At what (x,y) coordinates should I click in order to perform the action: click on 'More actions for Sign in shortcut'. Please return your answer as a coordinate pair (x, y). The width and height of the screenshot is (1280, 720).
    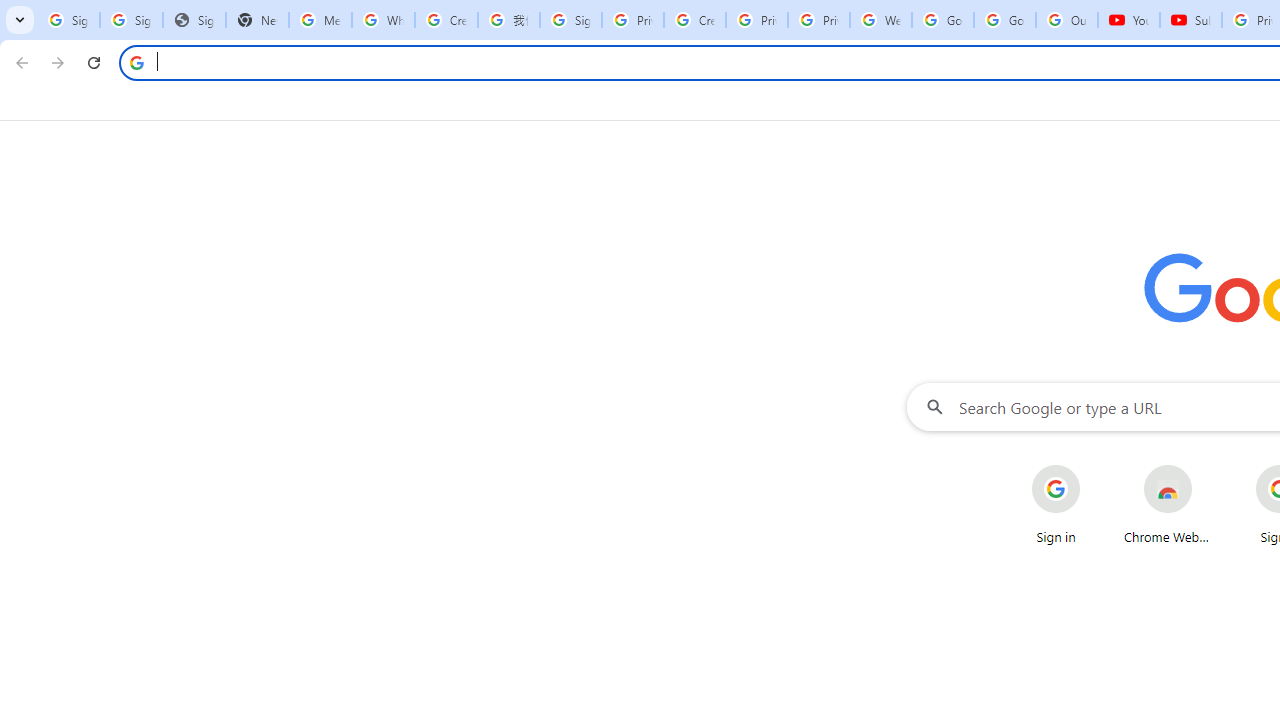
    Looking at the image, I should click on (1094, 466).